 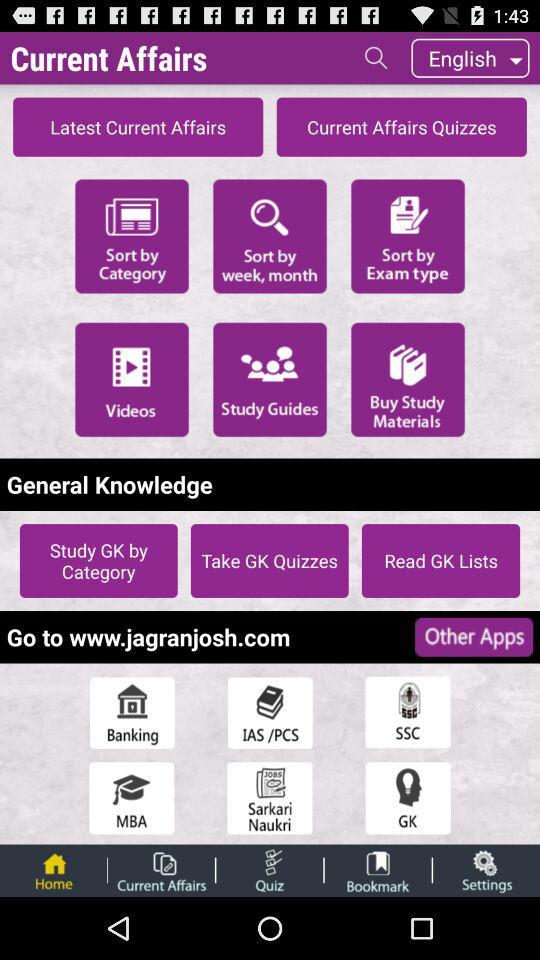 What do you see at coordinates (131, 235) in the screenshot?
I see `filters the category` at bounding box center [131, 235].